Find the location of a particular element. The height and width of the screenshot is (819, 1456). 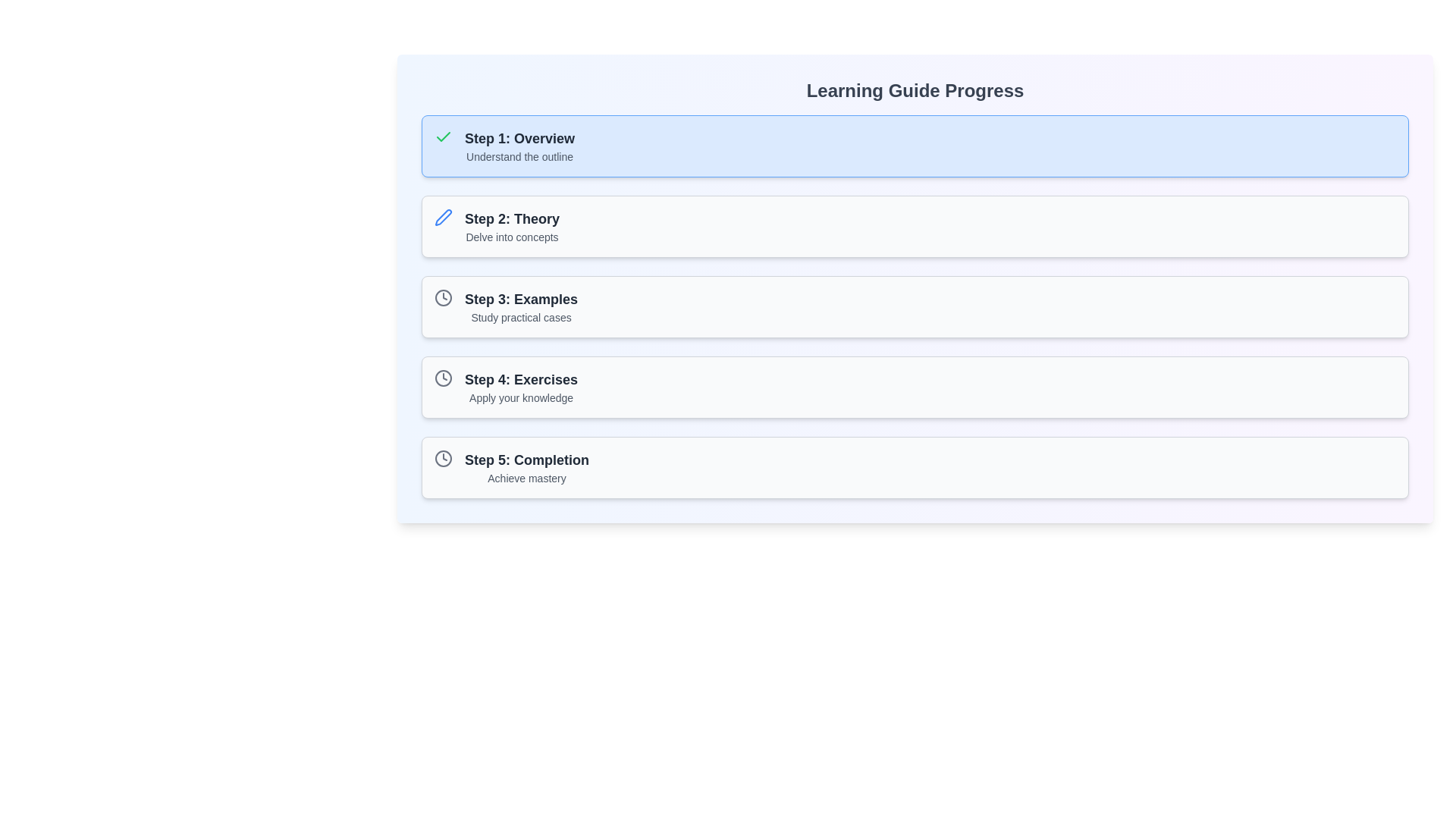

the visual representation of the completion icon located to the left of 'Step 1: Overview' under the 'Learning Guide Progress' section, which indicates the active status of the step is located at coordinates (443, 137).